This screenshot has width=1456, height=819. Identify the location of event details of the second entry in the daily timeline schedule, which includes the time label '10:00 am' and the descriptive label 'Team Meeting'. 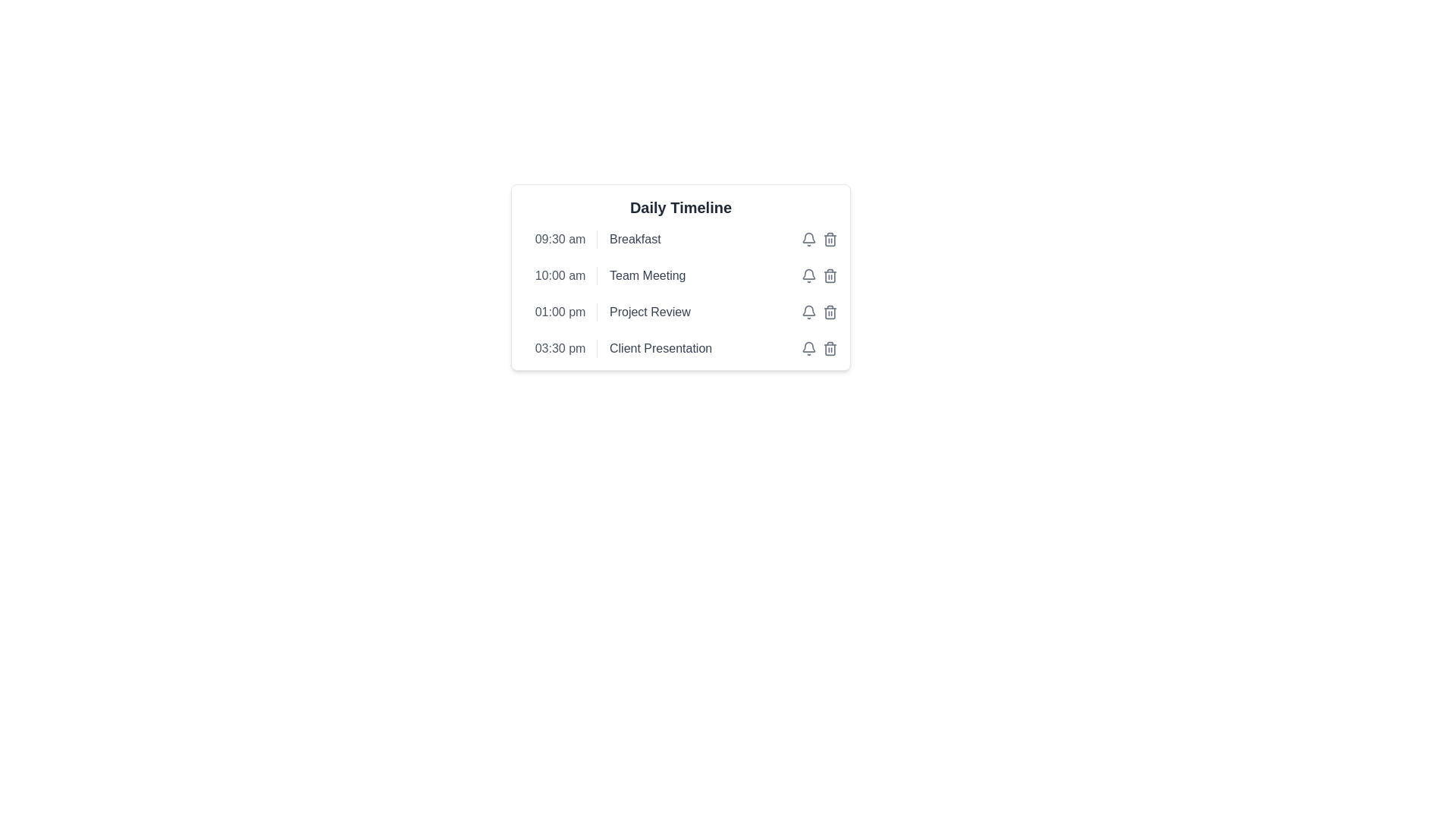
(679, 275).